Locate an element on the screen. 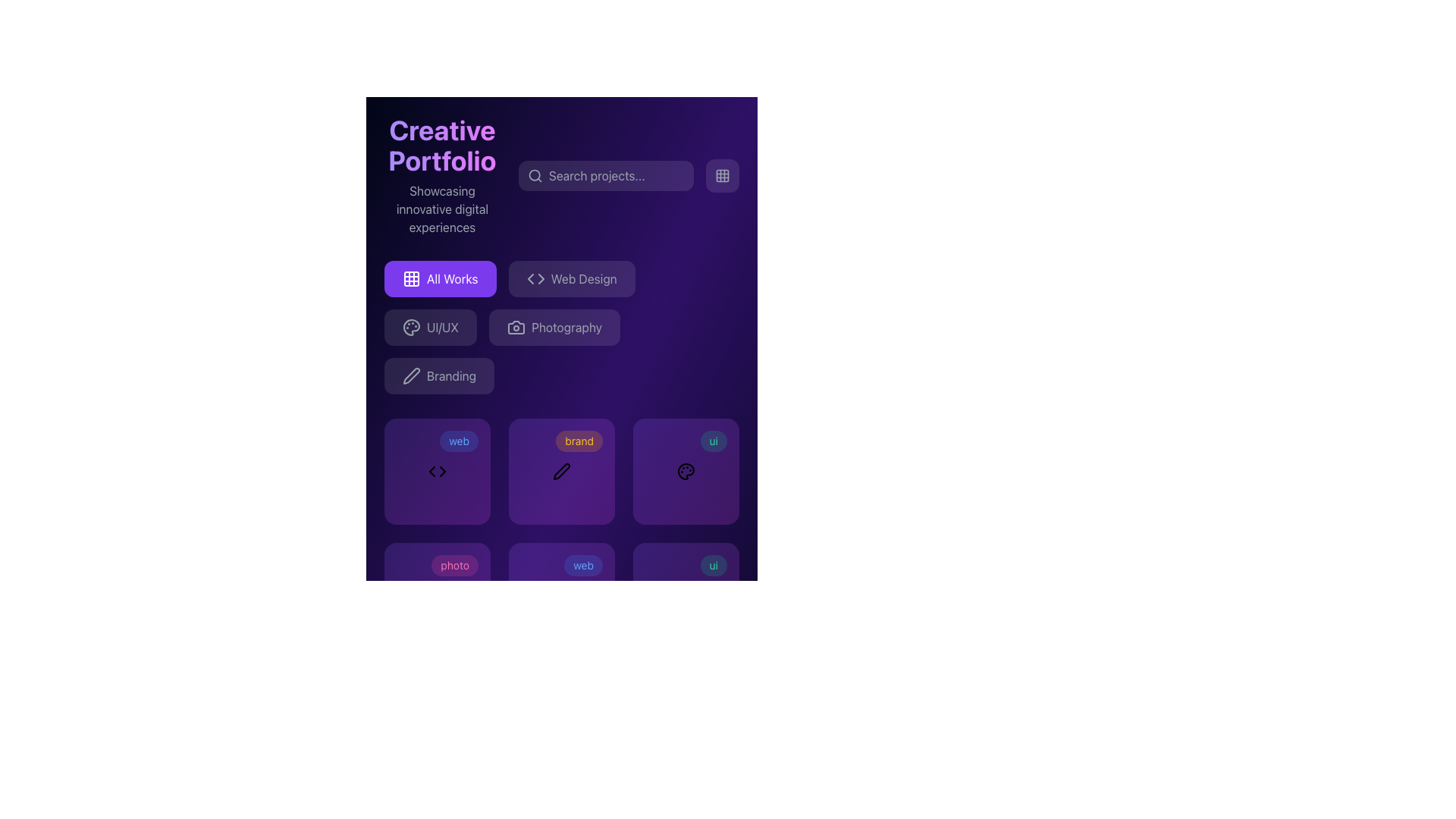 The width and height of the screenshot is (1456, 819). the artist's palette icon, which is the centerpiece of the card labeled 'ui' in the bottom right quadrant of the grid layout is located at coordinates (686, 470).